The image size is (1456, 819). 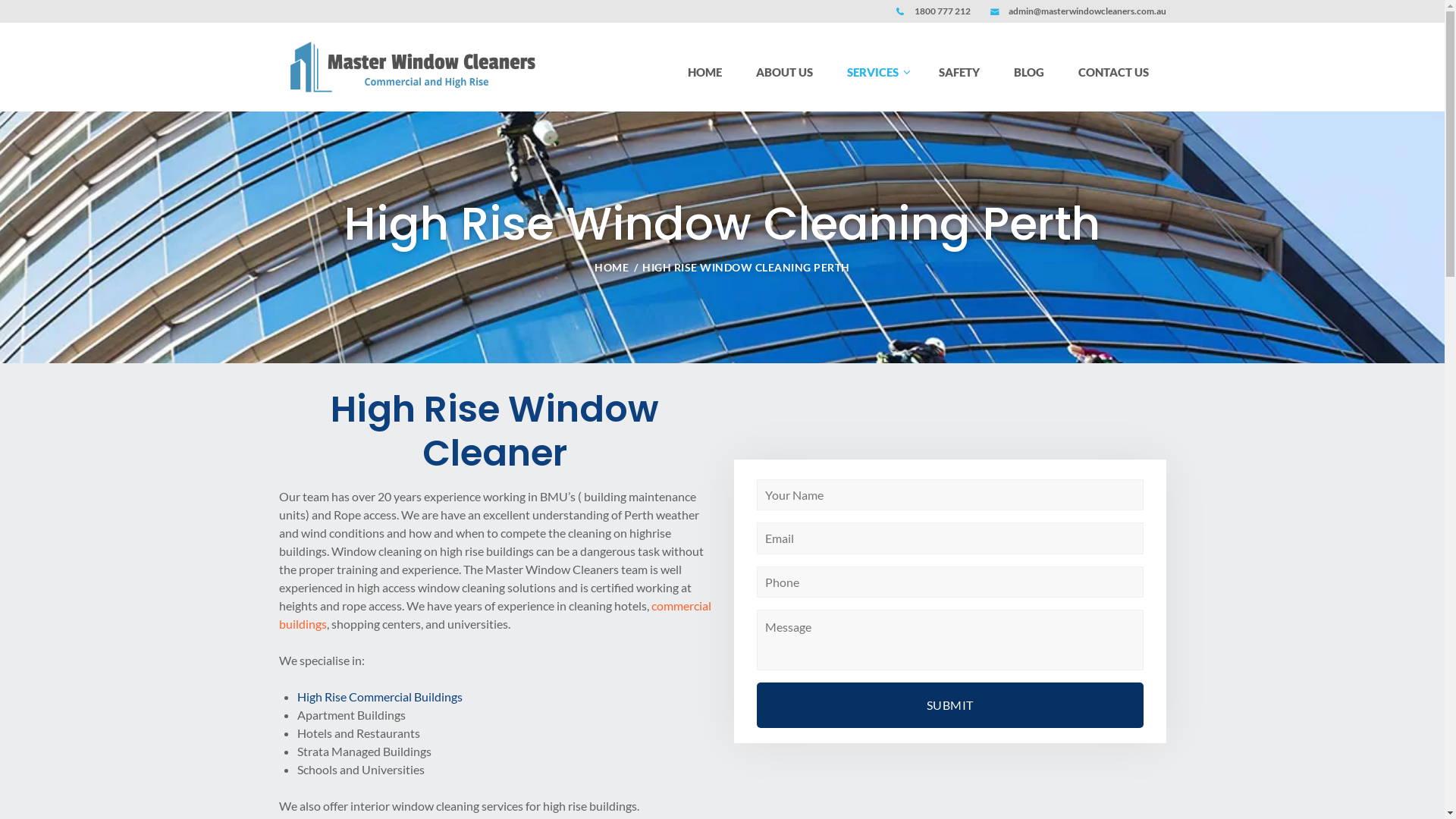 What do you see at coordinates (876, 72) in the screenshot?
I see `'SERVICES'` at bounding box center [876, 72].